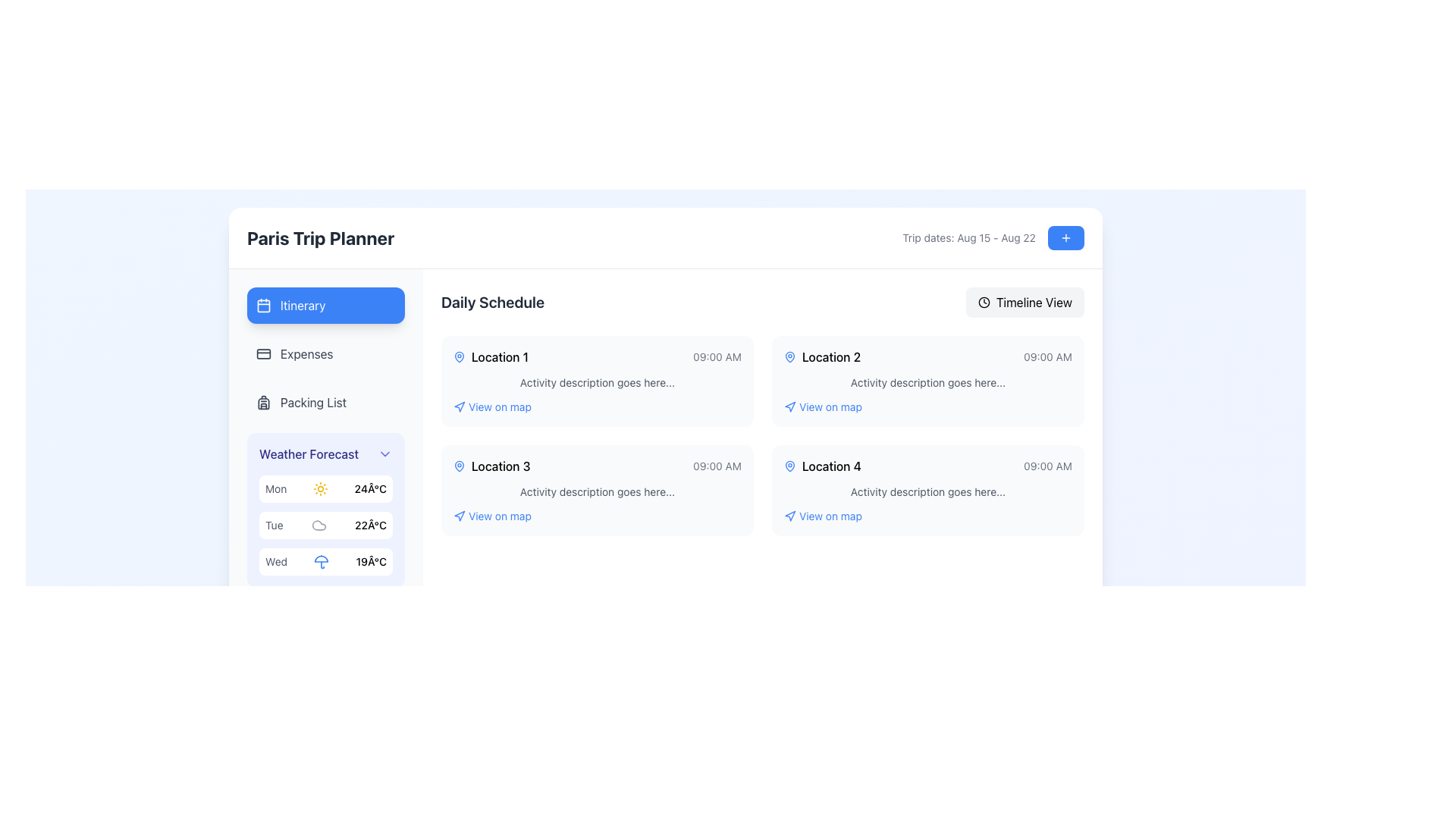 Image resolution: width=1456 pixels, height=819 pixels. I want to click on the weather details section located in the Sidebar navigation panel, which is positioned in the top-left corner of the UI layout and is the third item in the sidebar menu, just below the 'Packing List' entry, so click(325, 438).